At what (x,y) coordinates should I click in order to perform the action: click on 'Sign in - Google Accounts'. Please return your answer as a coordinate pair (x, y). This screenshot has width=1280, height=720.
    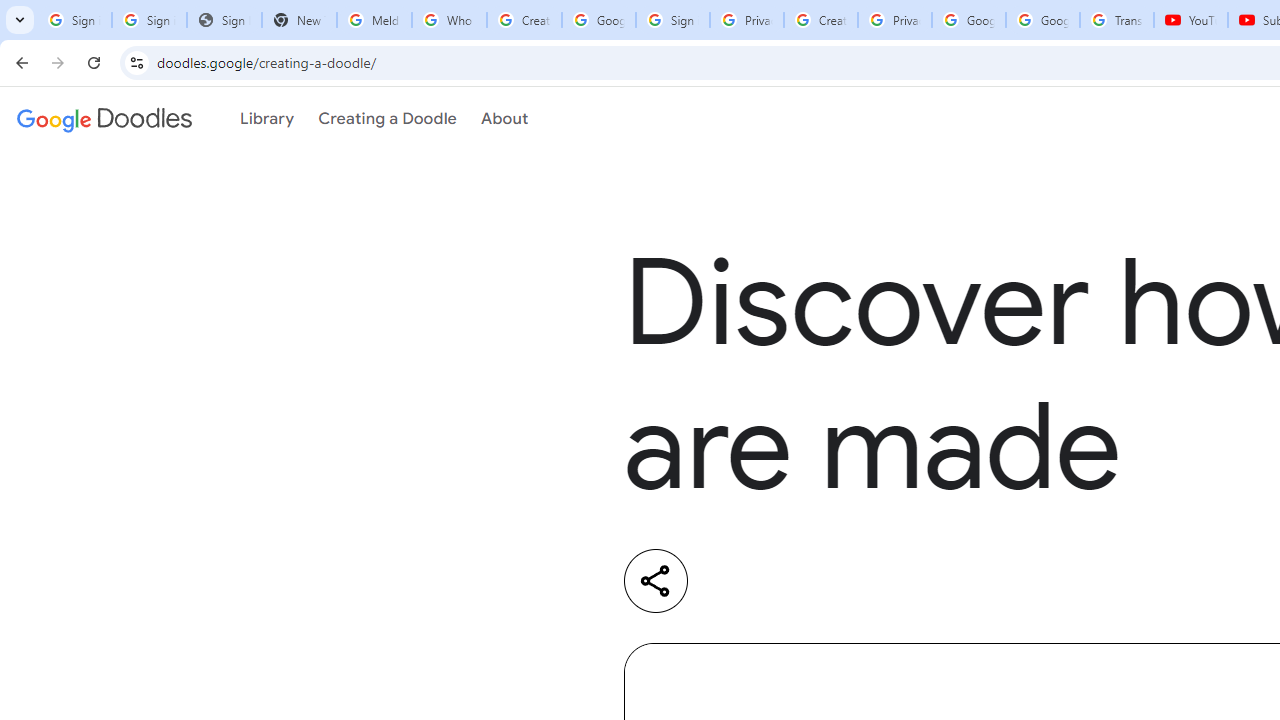
    Looking at the image, I should click on (673, 20).